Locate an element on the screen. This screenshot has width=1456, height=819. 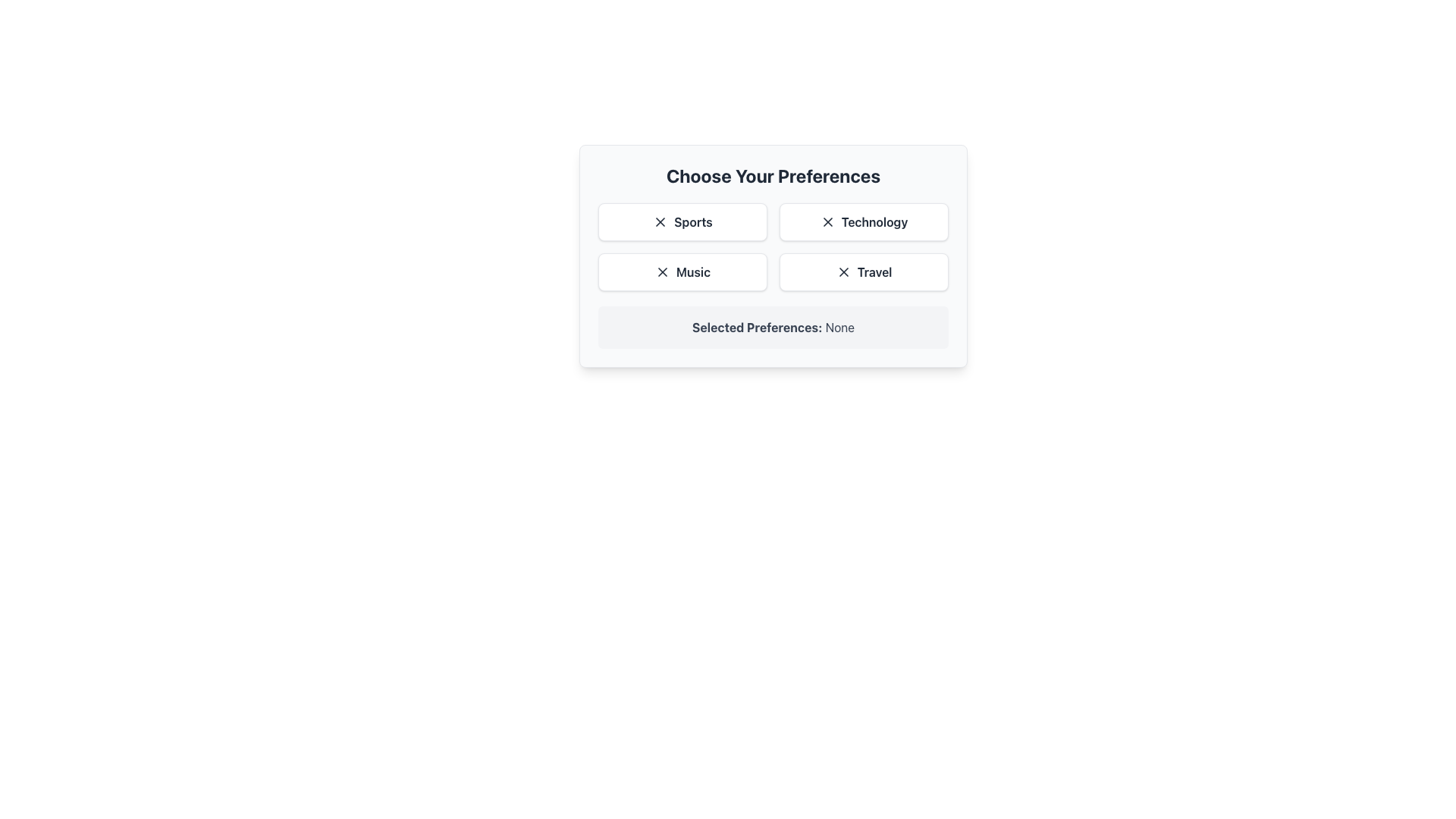
the 'X' icon with a circular style and dark stroke located on the far left of the 'Travel' button at the bottom right of the button grid is located at coordinates (843, 271).